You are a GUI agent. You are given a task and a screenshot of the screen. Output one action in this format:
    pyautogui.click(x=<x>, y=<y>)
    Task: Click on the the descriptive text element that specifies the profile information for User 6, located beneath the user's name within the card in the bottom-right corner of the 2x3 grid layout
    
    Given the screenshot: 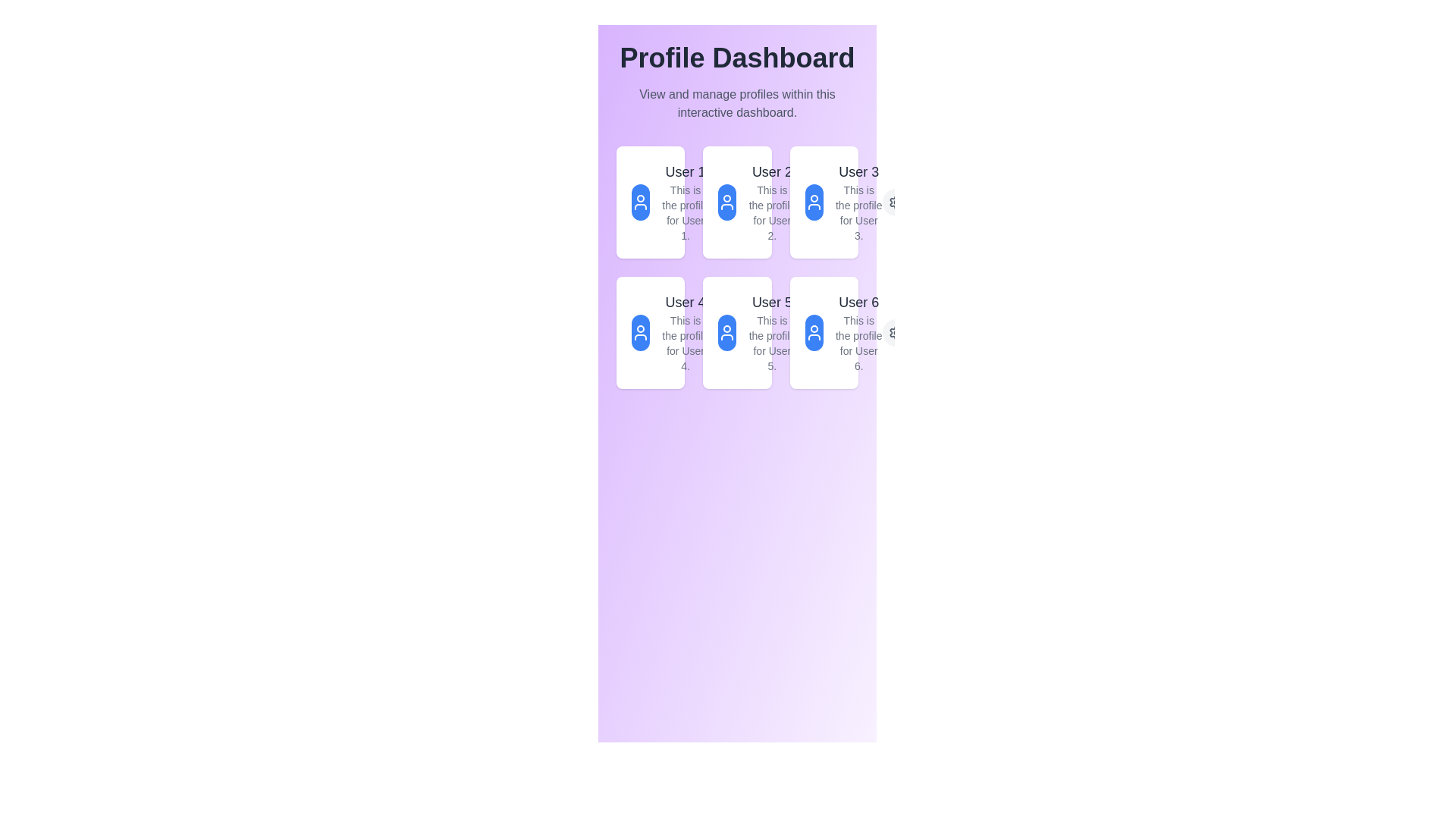 What is the action you would take?
    pyautogui.click(x=858, y=343)
    